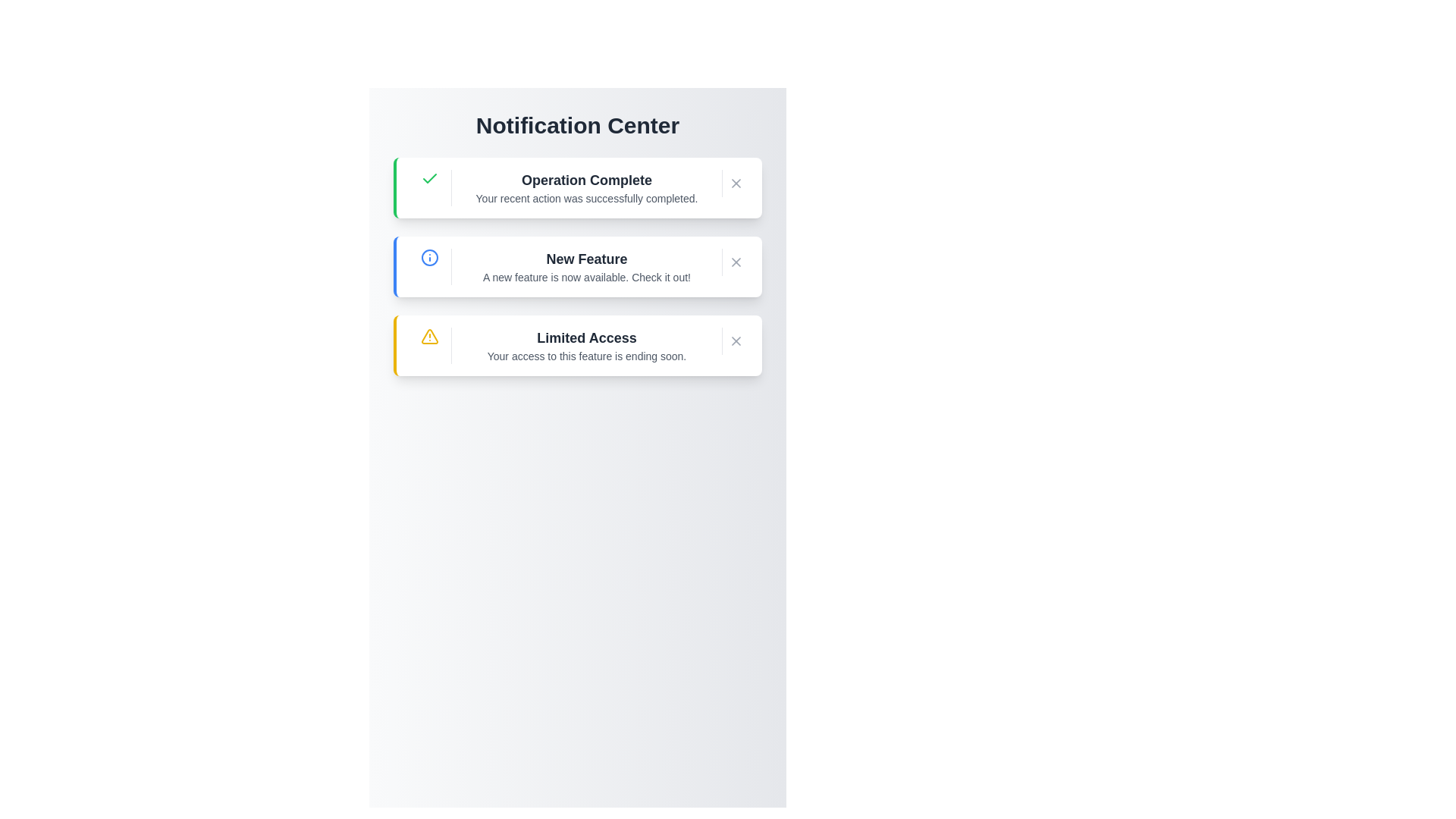 This screenshot has width=1456, height=819. Describe the element at coordinates (585, 198) in the screenshot. I see `the static text displaying the message 'Your recent action was successfully completed.' which is located beneath the heading 'Operation Complete' in the Notification Center` at that location.